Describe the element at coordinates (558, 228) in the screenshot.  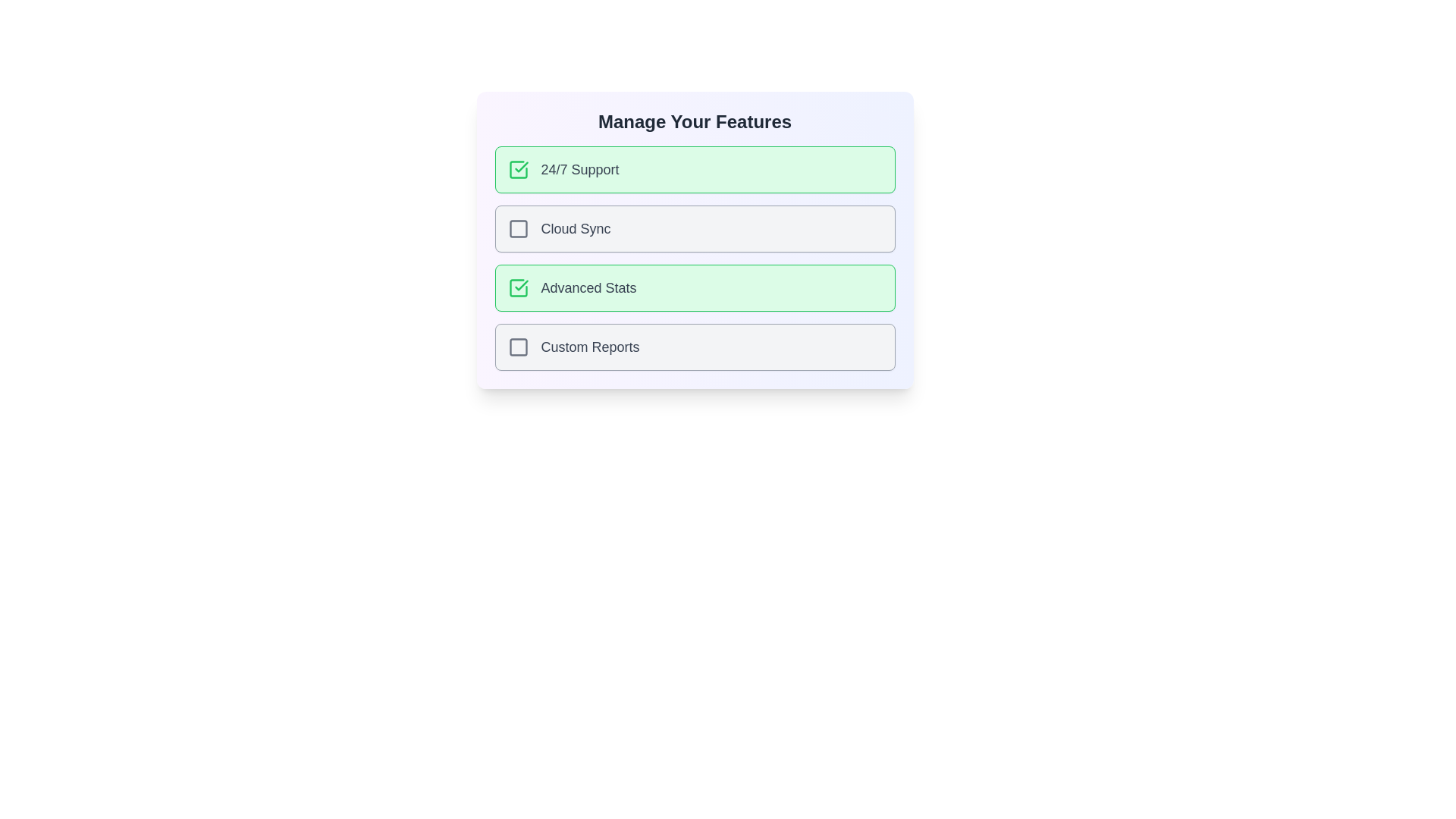
I see `text label 'Cloud Sync' associated with the checkbox located to the right of an unselected checkbox, positioned in the second slot of a vertically stacked list` at that location.